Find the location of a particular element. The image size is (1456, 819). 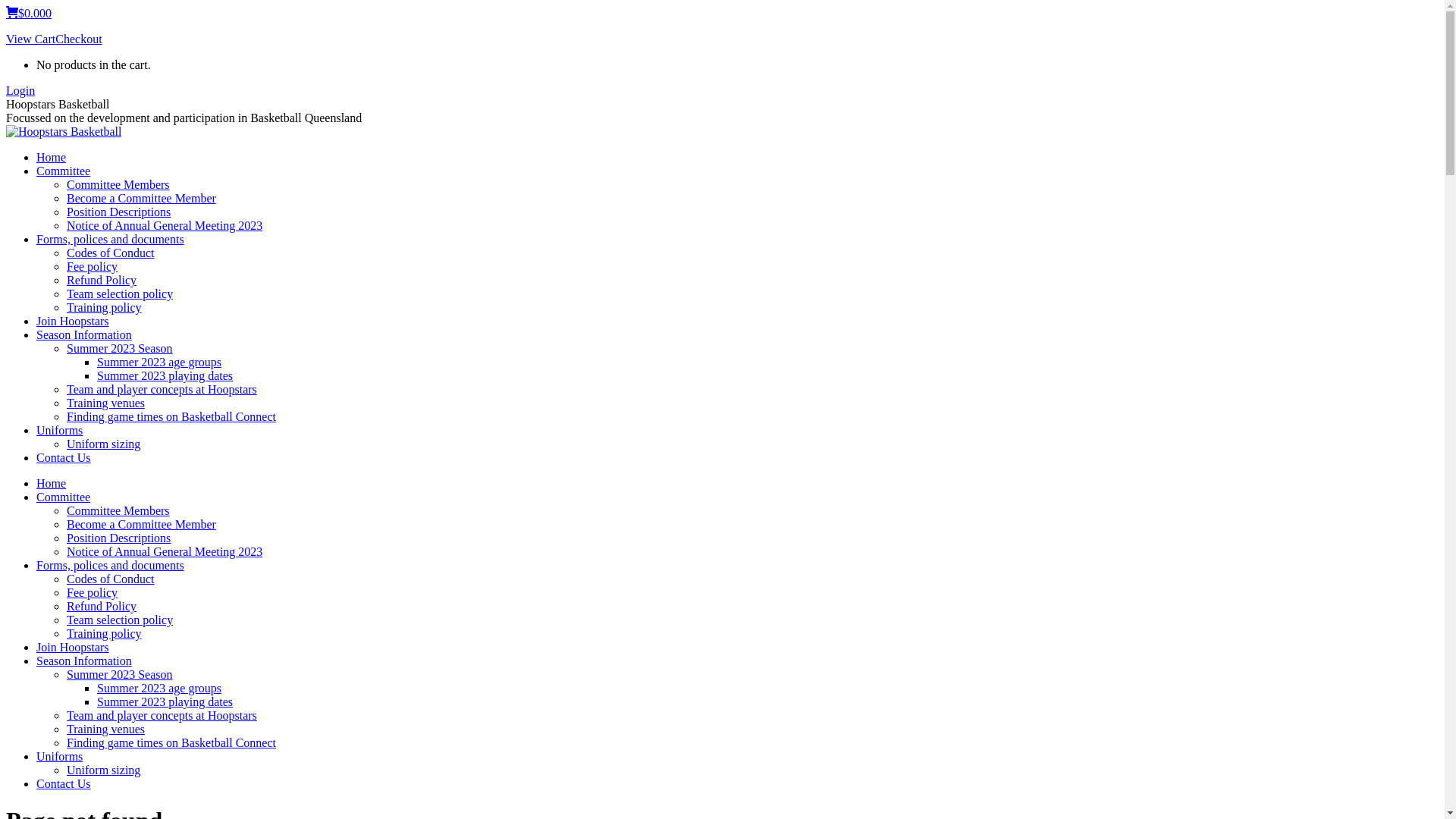

'Skip to content' is located at coordinates (5, 5).